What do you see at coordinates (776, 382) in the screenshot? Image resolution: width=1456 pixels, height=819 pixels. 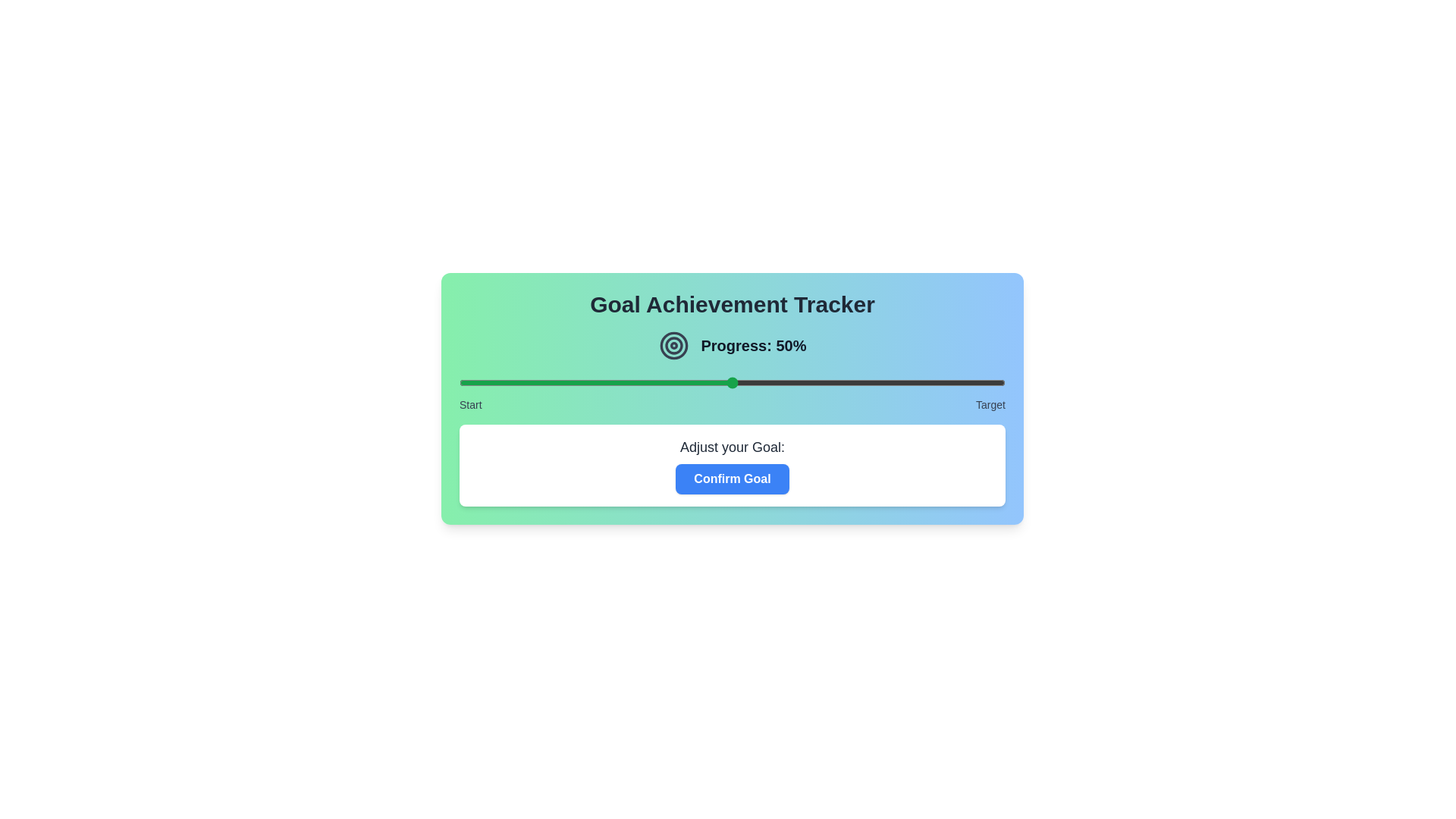 I see `the slider to set the goal to 58%` at bounding box center [776, 382].